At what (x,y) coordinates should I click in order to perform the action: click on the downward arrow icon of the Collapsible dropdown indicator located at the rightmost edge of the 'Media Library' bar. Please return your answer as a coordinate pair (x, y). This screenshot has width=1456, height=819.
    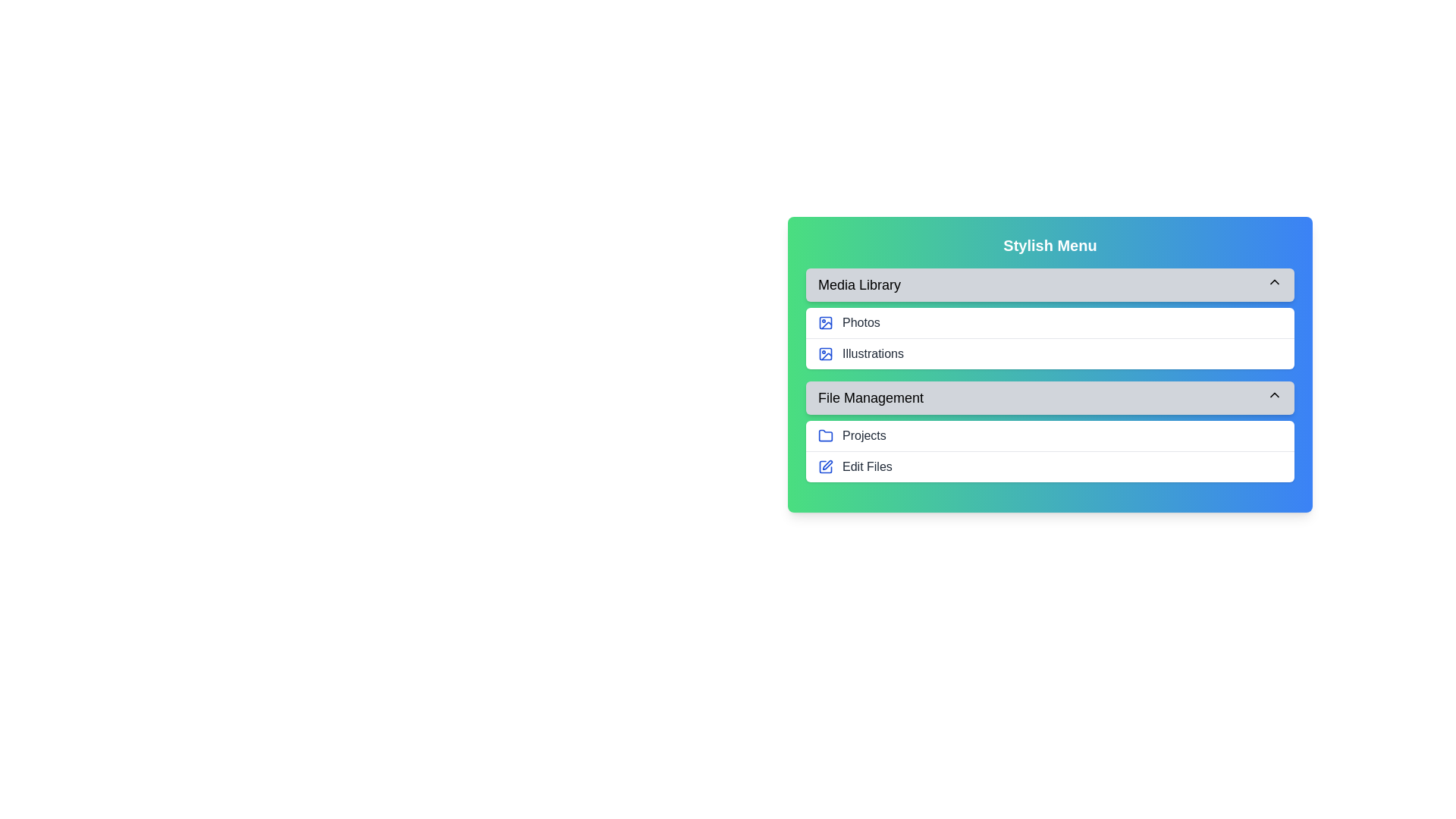
    Looking at the image, I should click on (1274, 281).